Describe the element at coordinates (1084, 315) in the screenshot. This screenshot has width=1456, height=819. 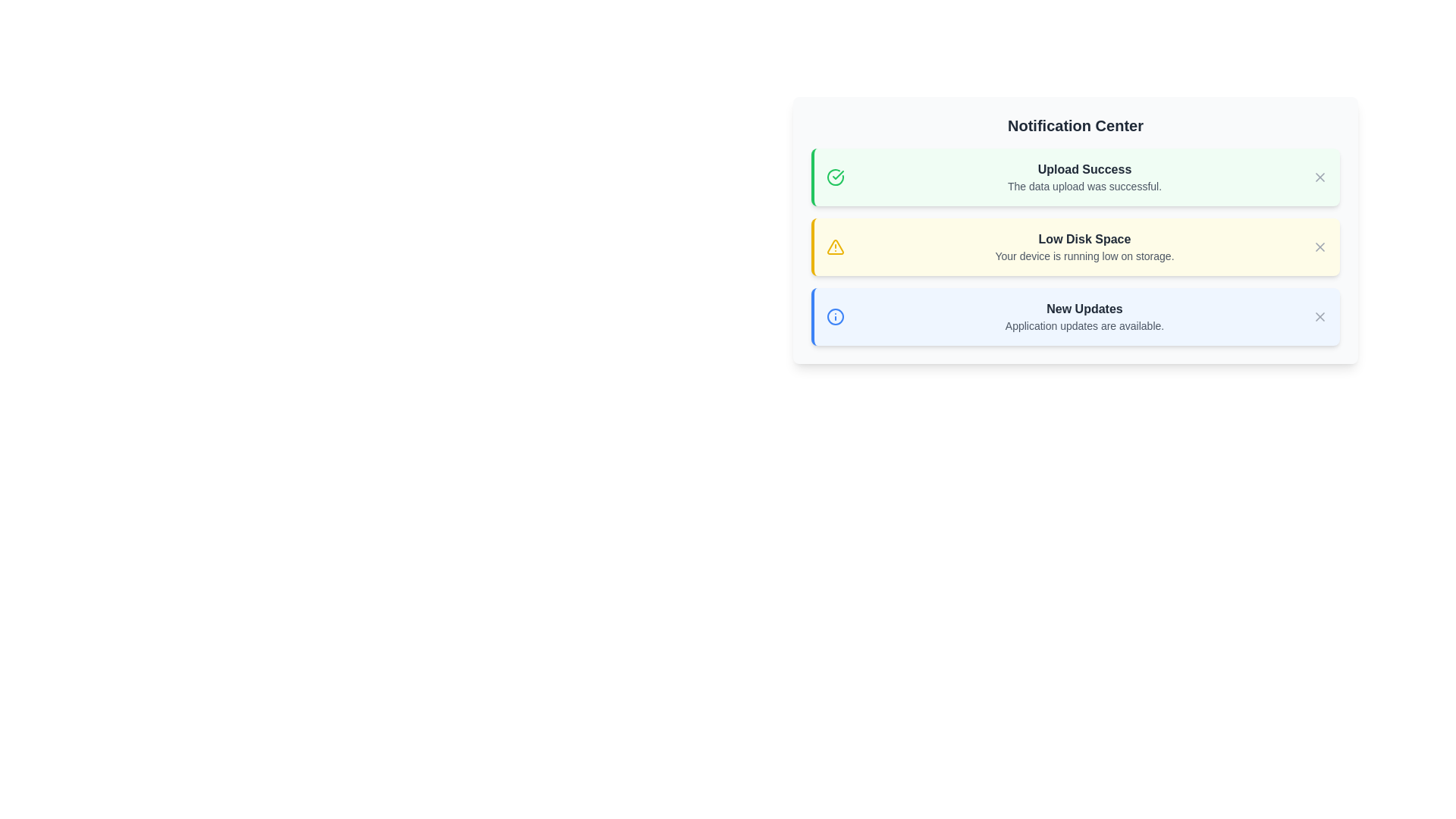
I see `the Static Information Text element with the title 'New Updates' and description 'Application updates are available.' located in the Notification Center panel` at that location.